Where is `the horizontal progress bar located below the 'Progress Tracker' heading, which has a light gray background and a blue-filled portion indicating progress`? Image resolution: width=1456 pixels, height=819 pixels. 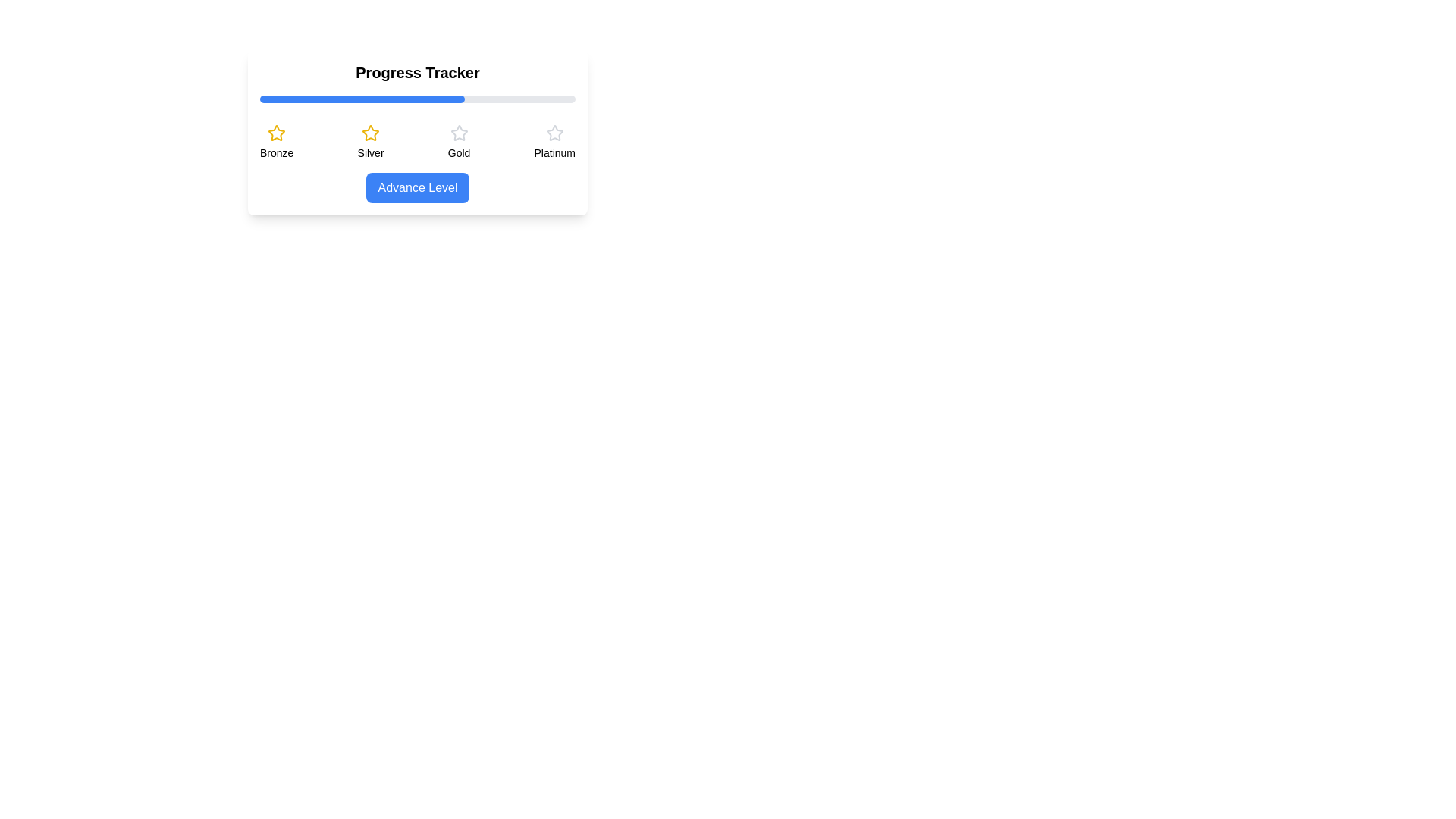
the horizontal progress bar located below the 'Progress Tracker' heading, which has a light gray background and a blue-filled portion indicating progress is located at coordinates (418, 99).